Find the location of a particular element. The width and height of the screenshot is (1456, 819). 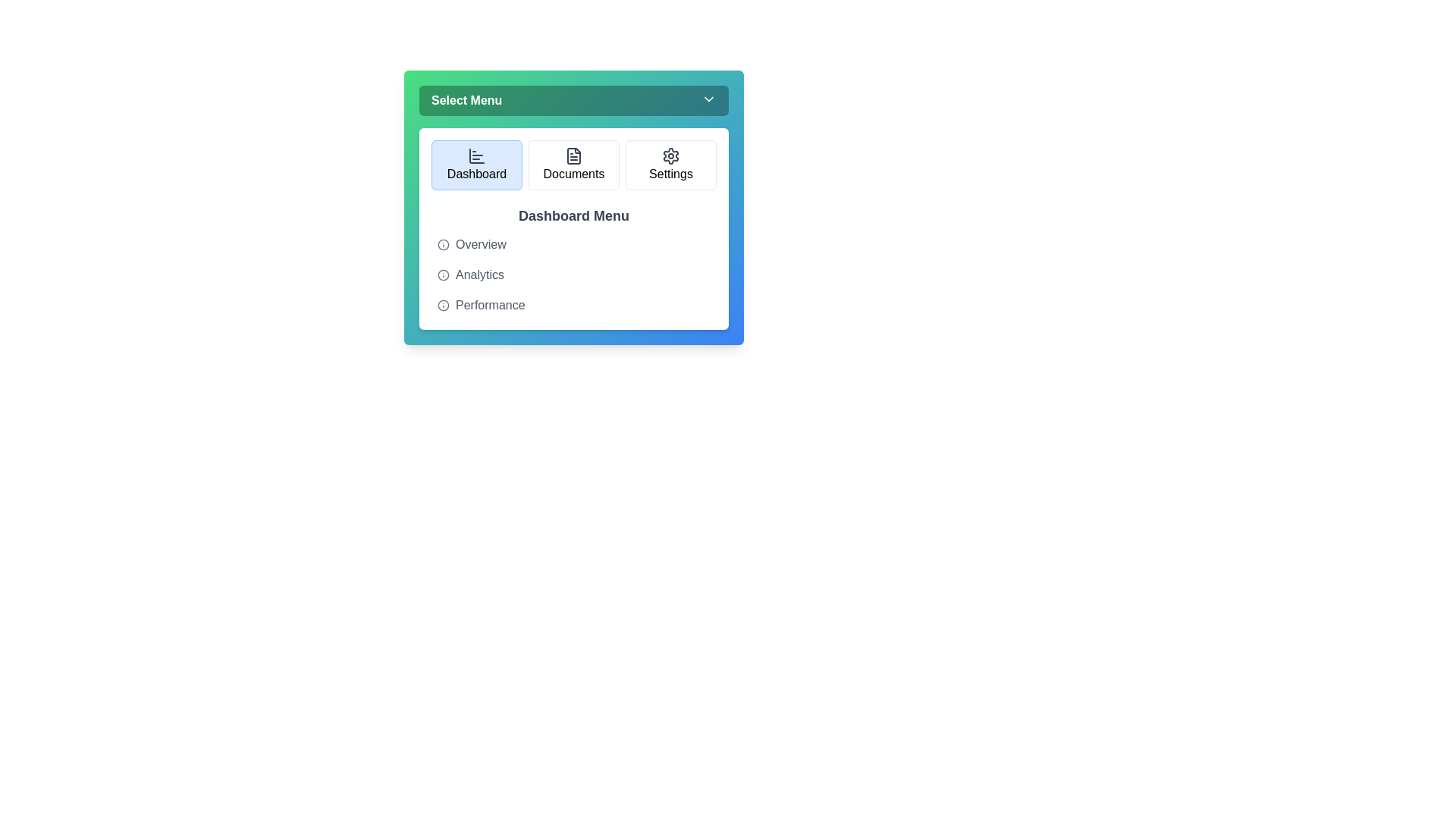

the icon depicting a file within the 'Documents' button, which is styled gray and centered in a rounded button in the middle of a toolbar is located at coordinates (573, 155).